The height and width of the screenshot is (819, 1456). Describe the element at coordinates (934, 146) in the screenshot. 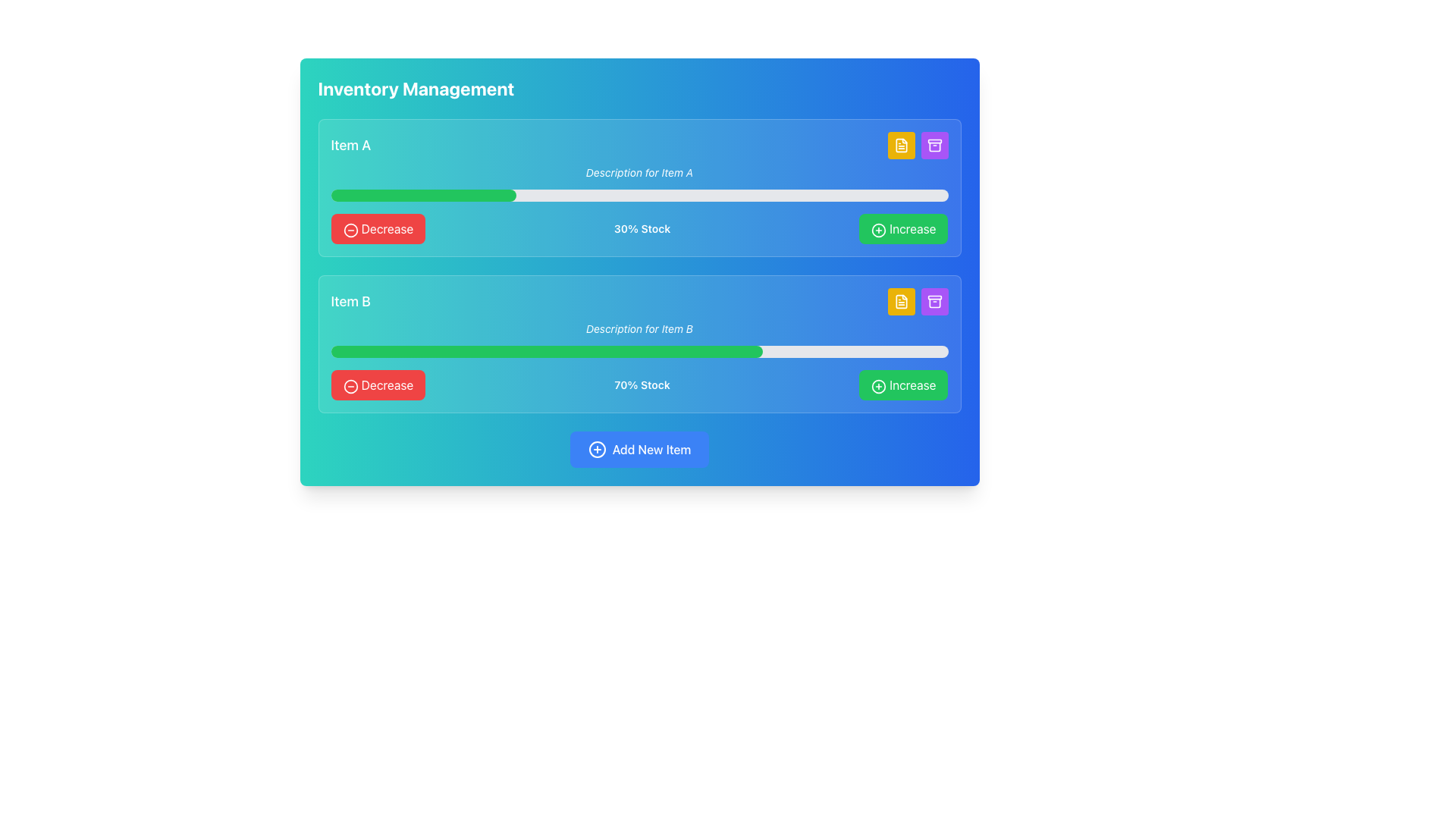

I see `the interactive button in the top-right corner of the 'Item A' section` at that location.